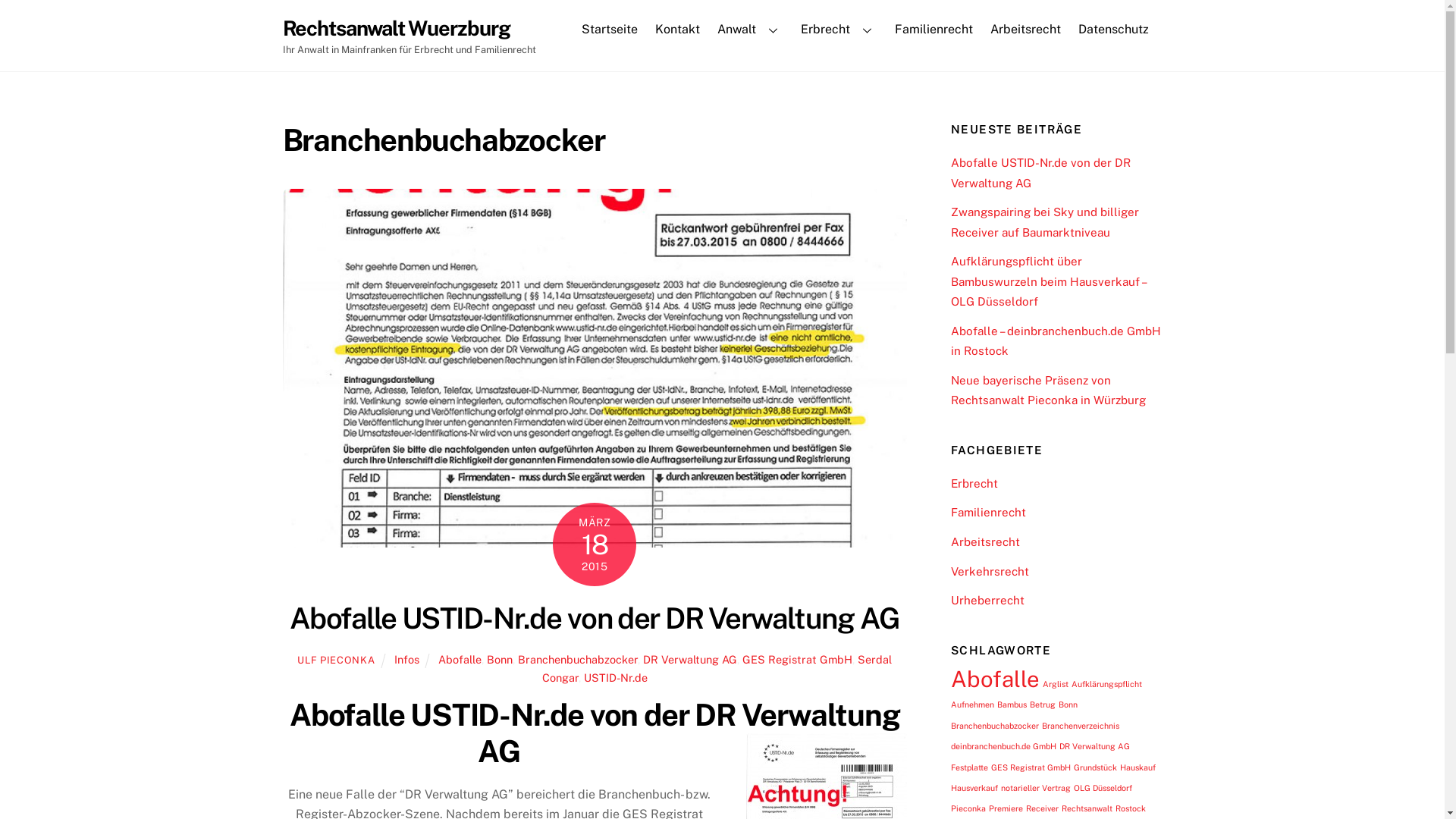  What do you see at coordinates (1041, 684) in the screenshot?
I see `'Arglist'` at bounding box center [1041, 684].